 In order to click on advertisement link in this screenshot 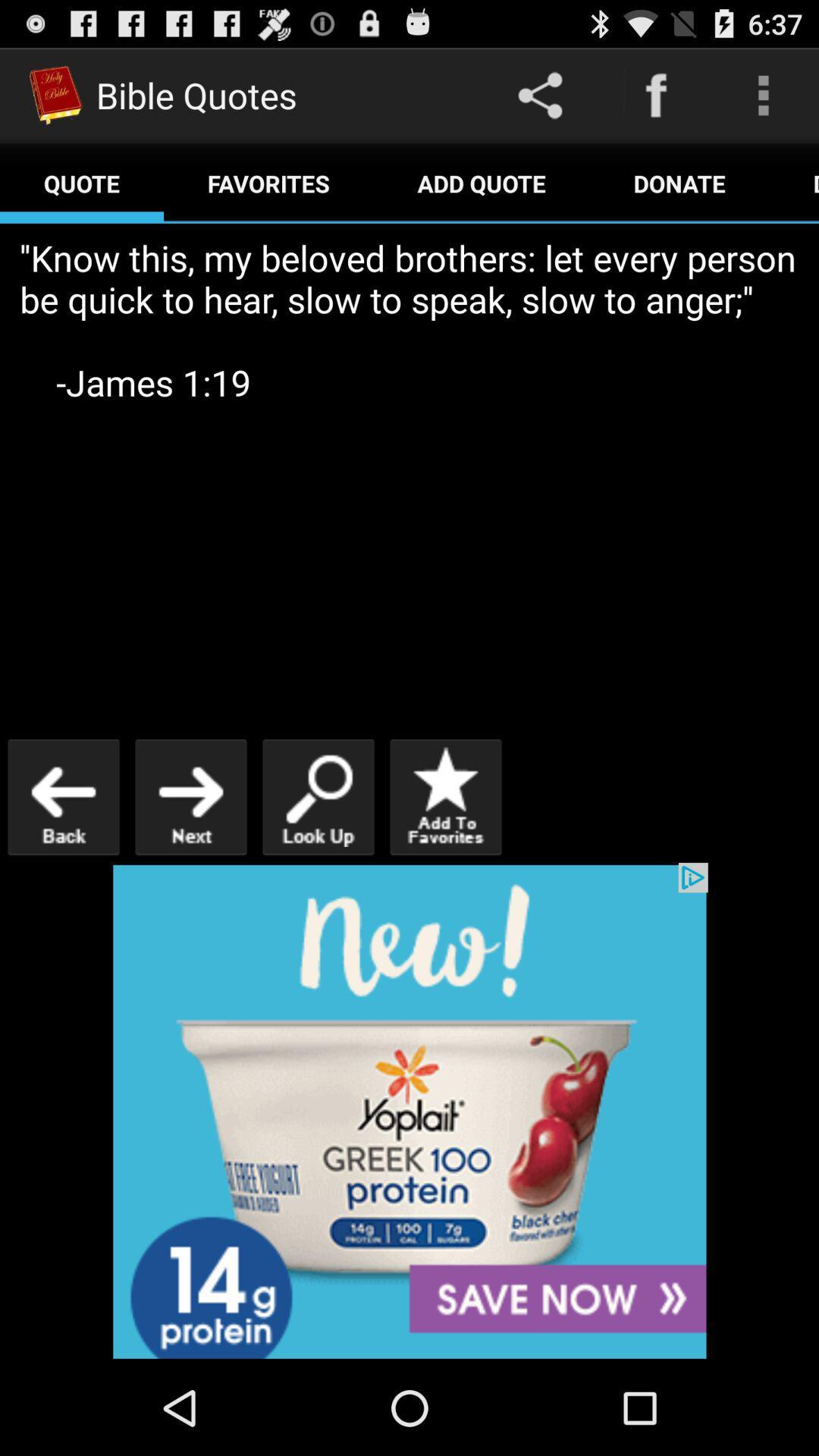, I will do `click(409, 1111)`.